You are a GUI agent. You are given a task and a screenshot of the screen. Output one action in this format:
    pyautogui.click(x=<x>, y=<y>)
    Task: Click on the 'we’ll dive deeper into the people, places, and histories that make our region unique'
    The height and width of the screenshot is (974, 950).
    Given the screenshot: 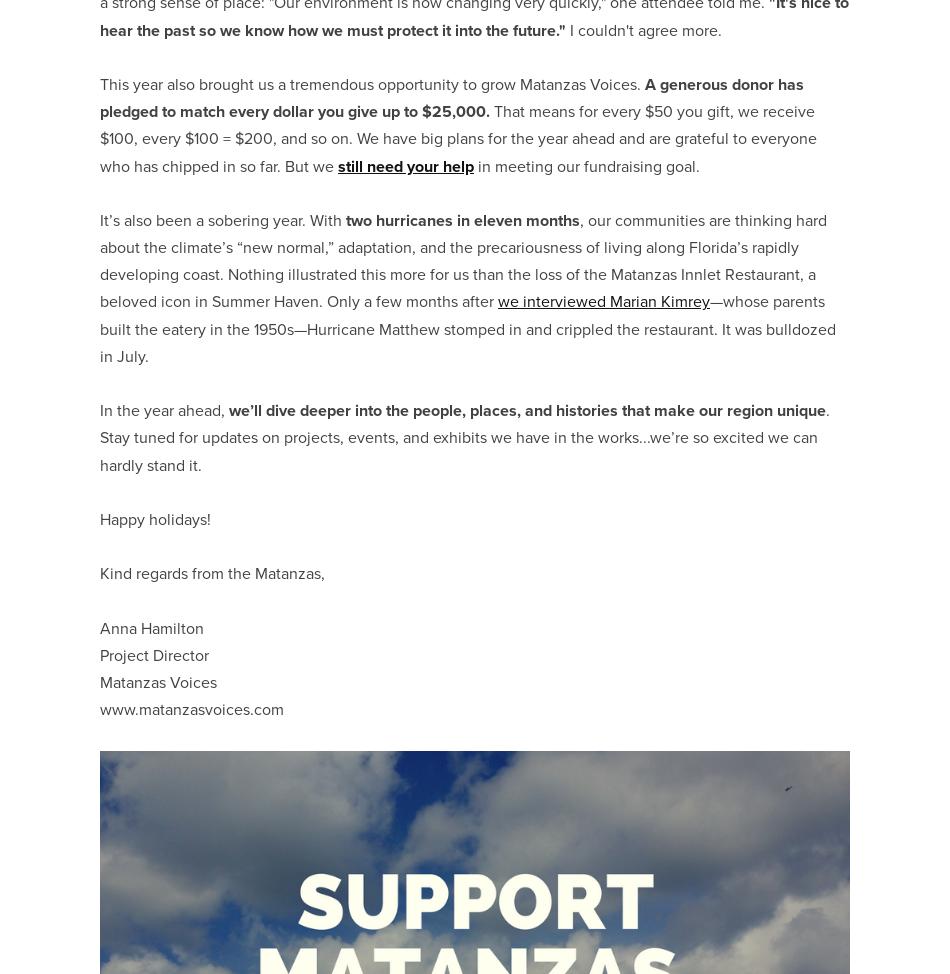 What is the action you would take?
    pyautogui.click(x=527, y=409)
    